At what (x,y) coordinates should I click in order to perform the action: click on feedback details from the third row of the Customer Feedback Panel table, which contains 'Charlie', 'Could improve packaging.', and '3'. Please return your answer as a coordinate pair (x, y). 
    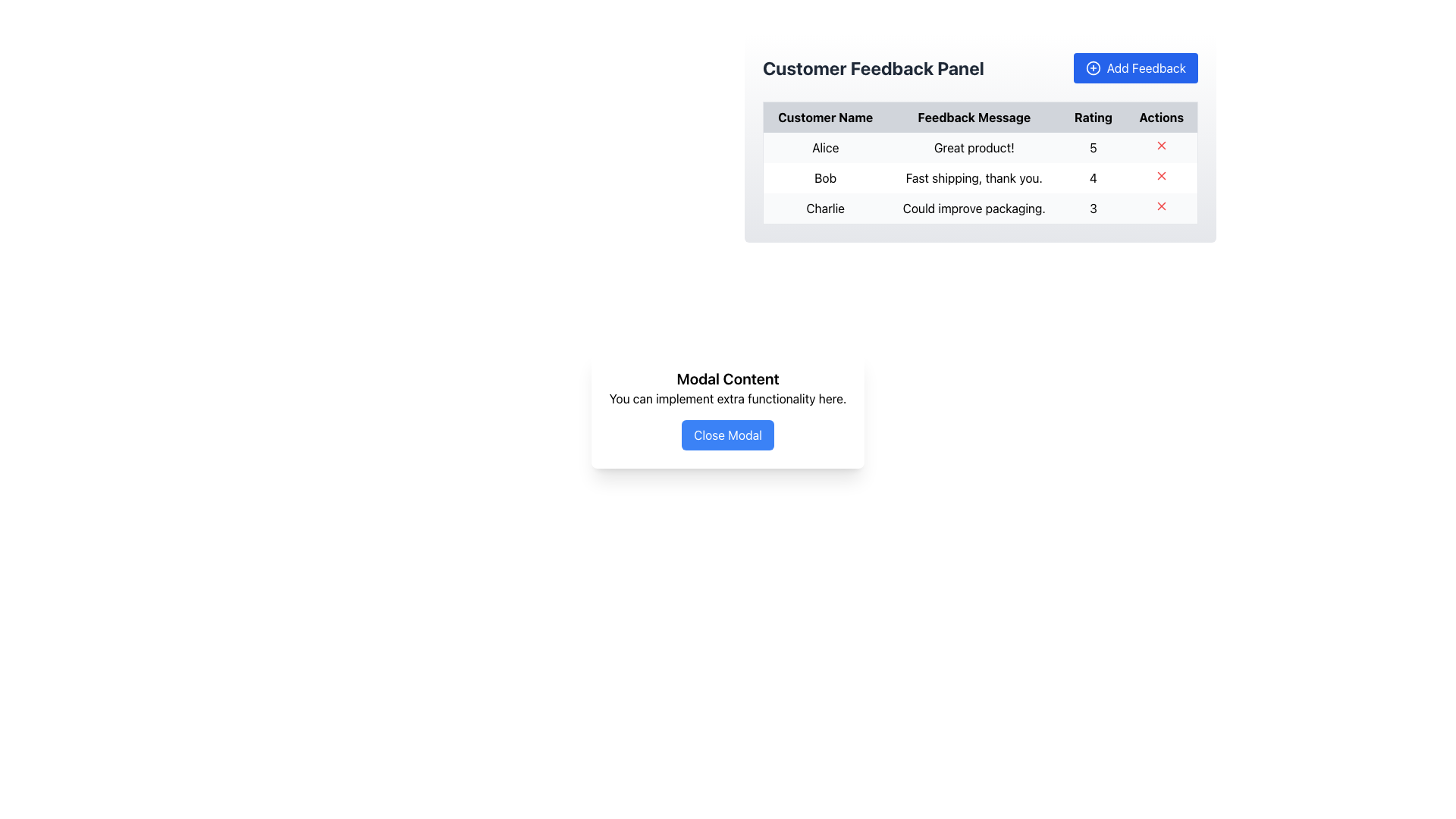
    Looking at the image, I should click on (980, 208).